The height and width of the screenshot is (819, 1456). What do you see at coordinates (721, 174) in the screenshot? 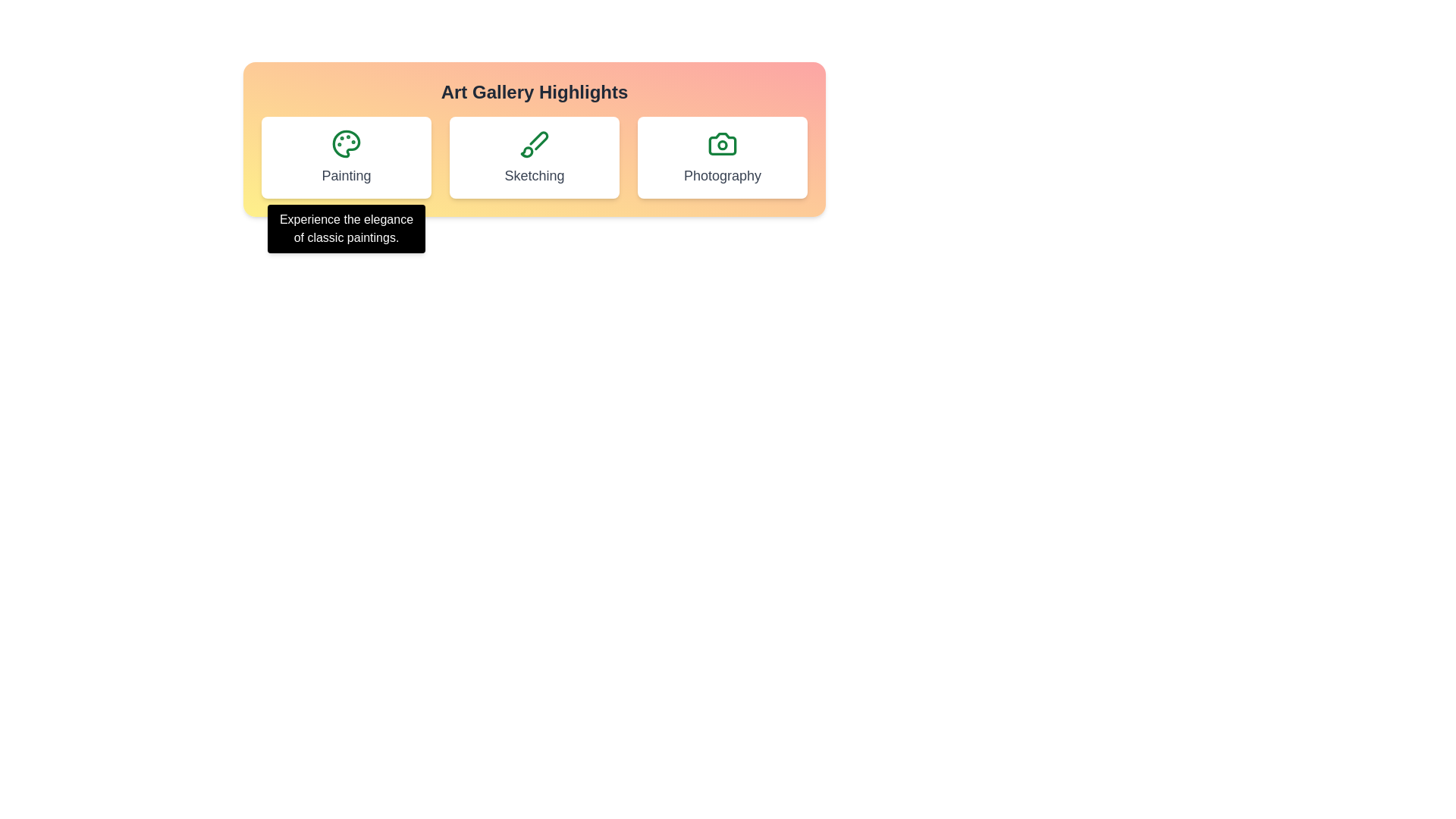
I see `text label indicating 'Photography' located in the third box under 'Art Gallery Highlights', positioned to the right of the 'Sketching' box` at bounding box center [721, 174].